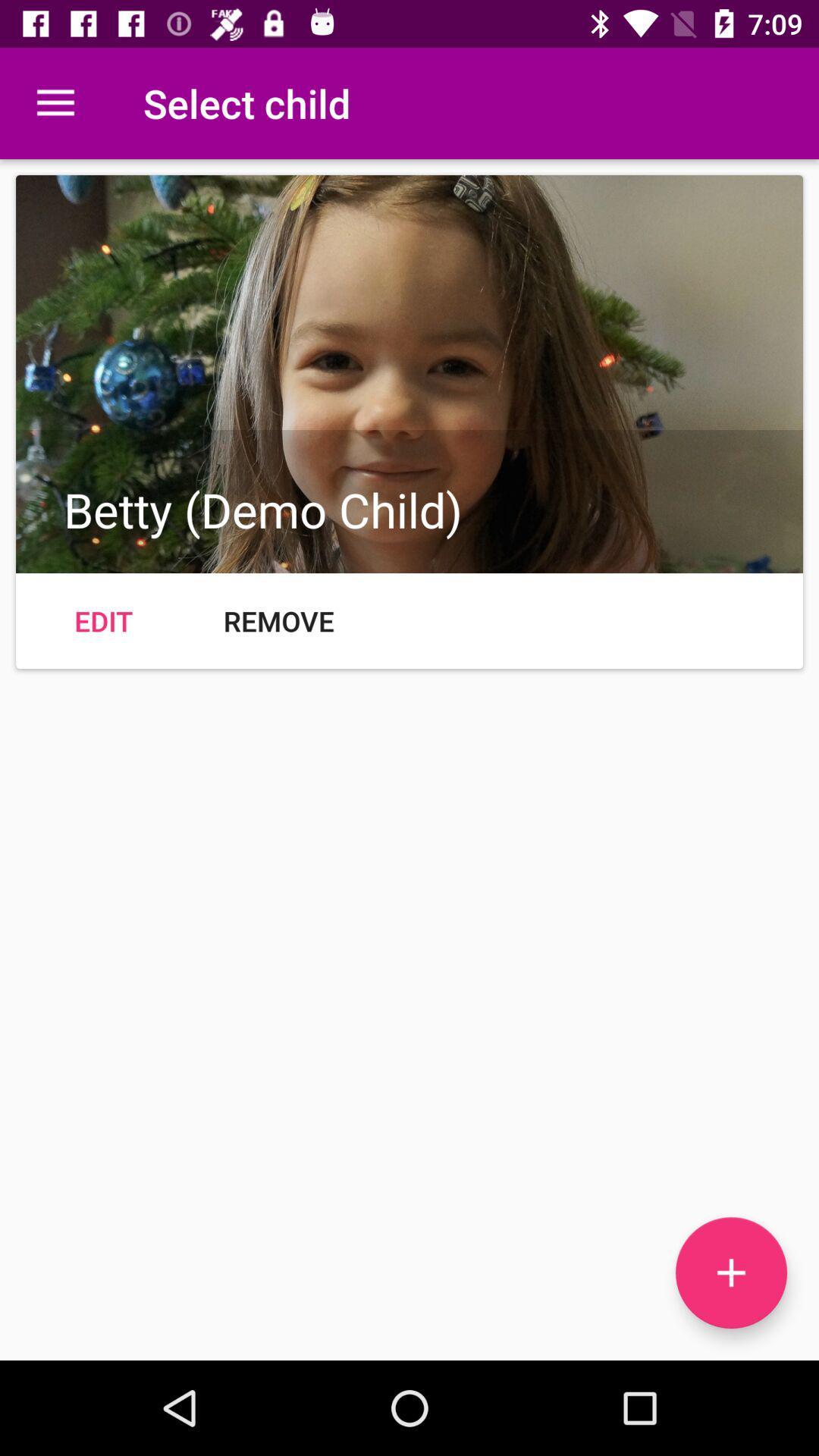 The width and height of the screenshot is (819, 1456). What do you see at coordinates (730, 1272) in the screenshot?
I see `moment` at bounding box center [730, 1272].